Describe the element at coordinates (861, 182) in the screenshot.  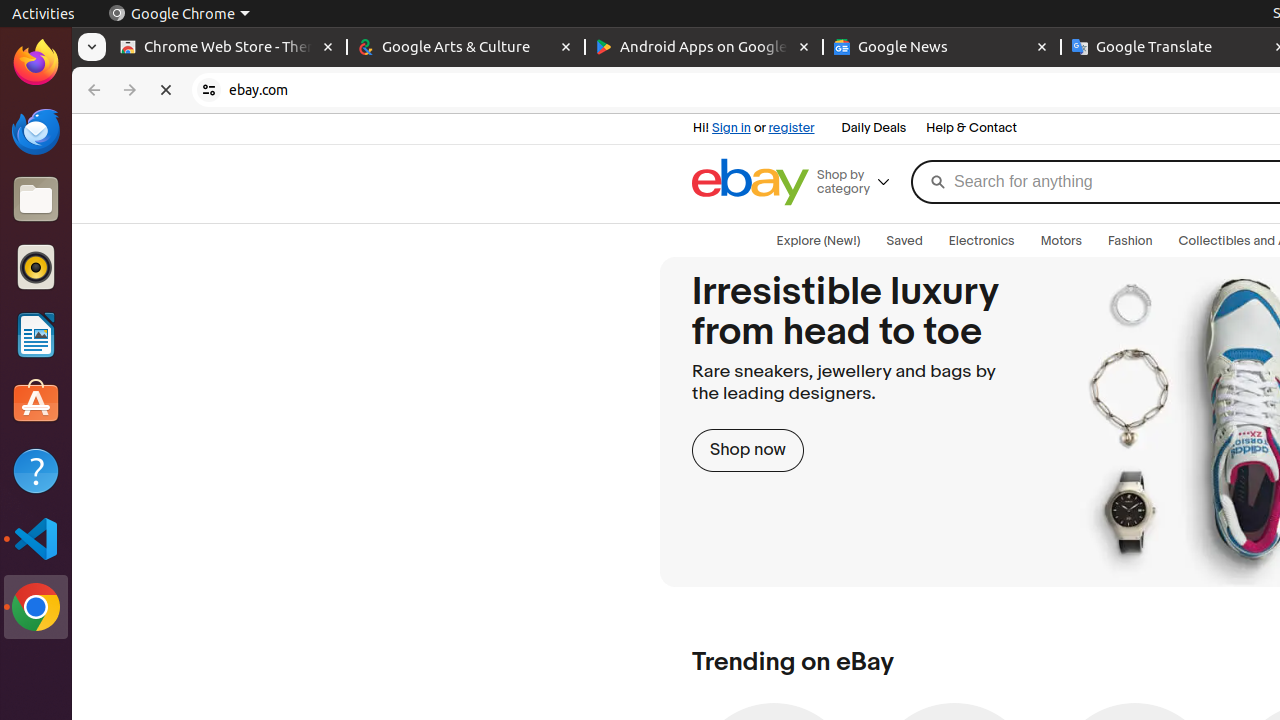
I see `'Shop by category'` at that location.